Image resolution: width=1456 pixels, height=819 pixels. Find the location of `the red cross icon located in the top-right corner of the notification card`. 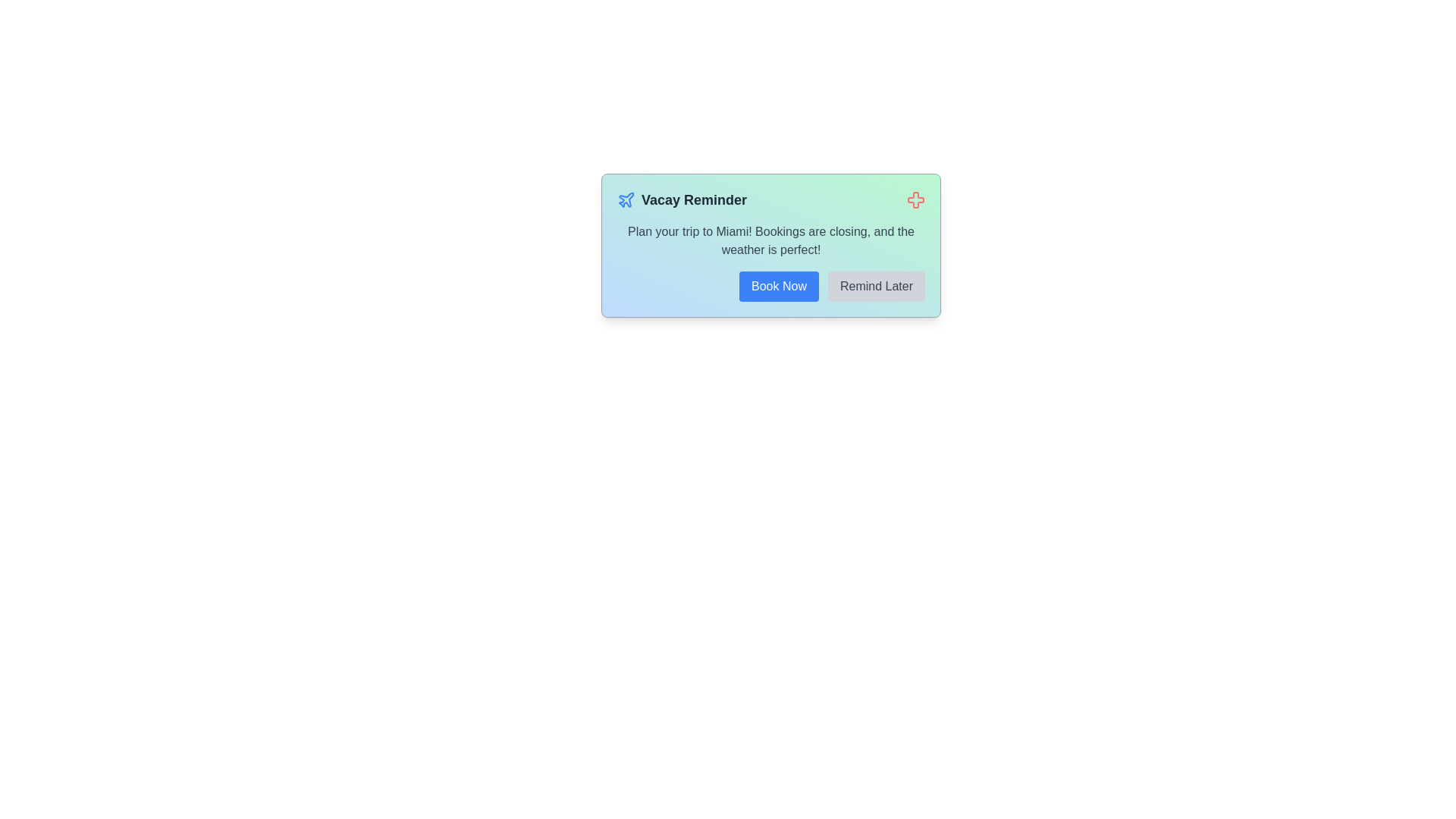

the red cross icon located in the top-right corner of the notification card is located at coordinates (915, 199).